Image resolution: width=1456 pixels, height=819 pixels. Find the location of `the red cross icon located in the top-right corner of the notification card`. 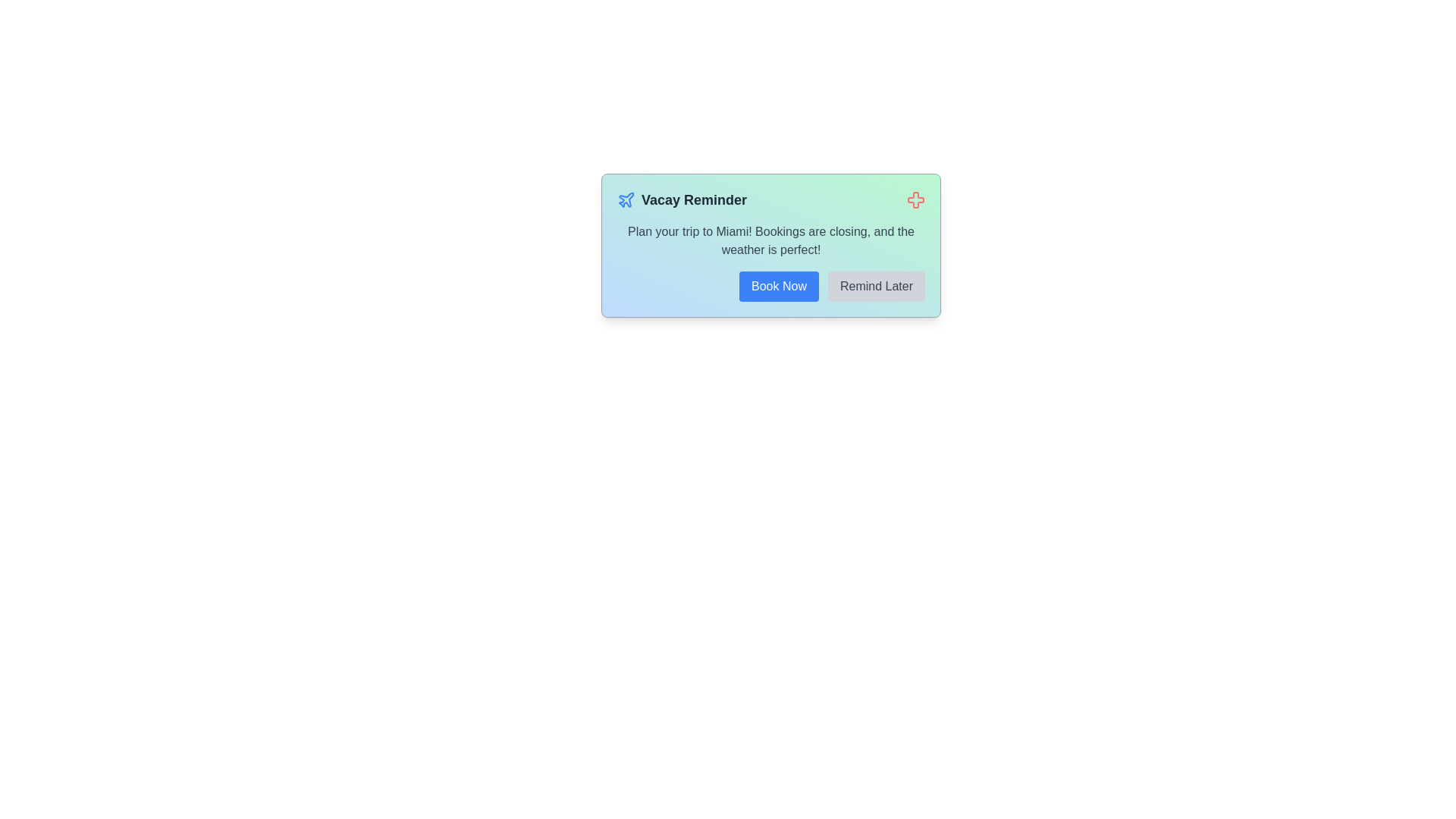

the red cross icon located in the top-right corner of the notification card is located at coordinates (915, 199).